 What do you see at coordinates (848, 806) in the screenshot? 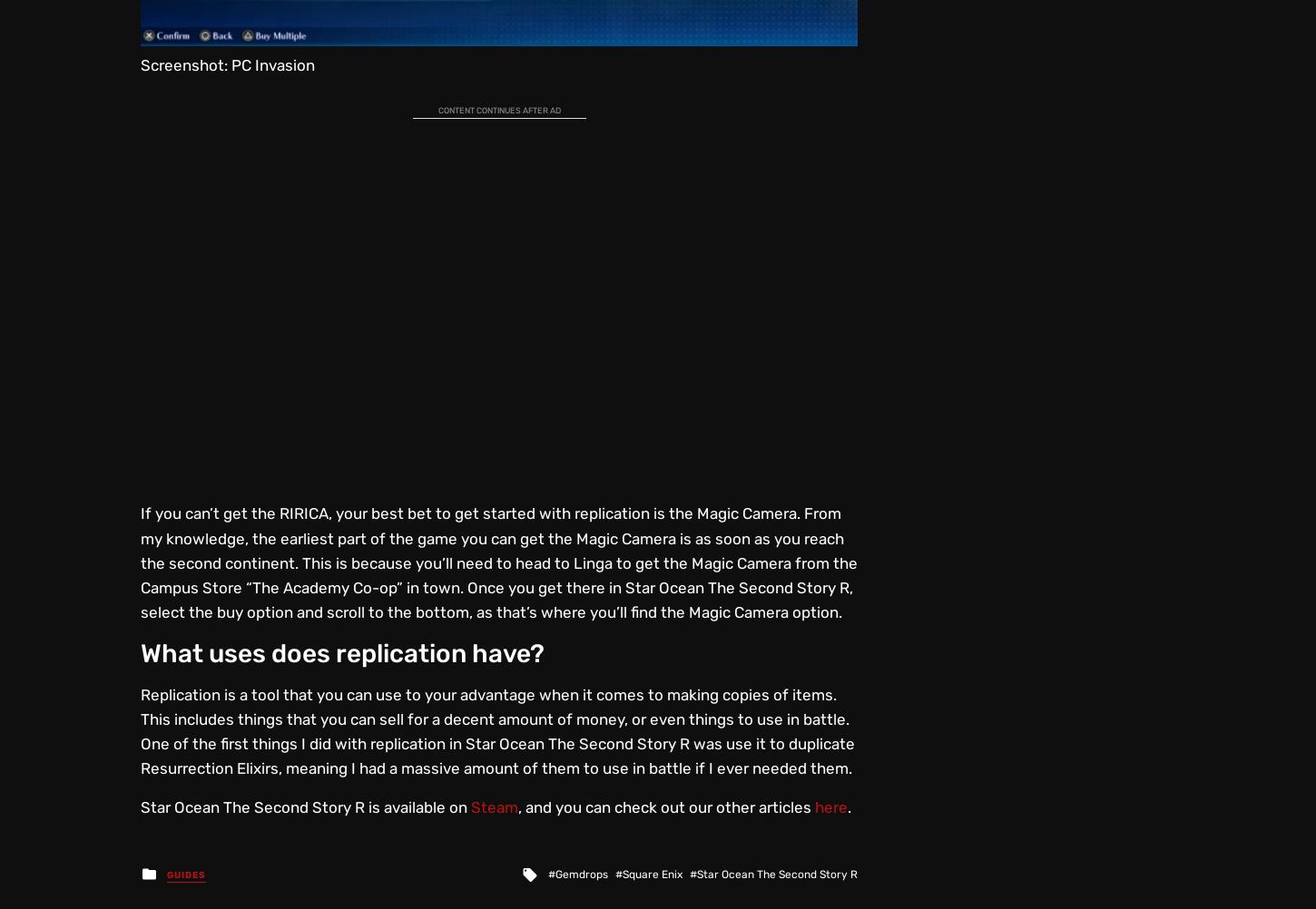
I see `'.'` at bounding box center [848, 806].